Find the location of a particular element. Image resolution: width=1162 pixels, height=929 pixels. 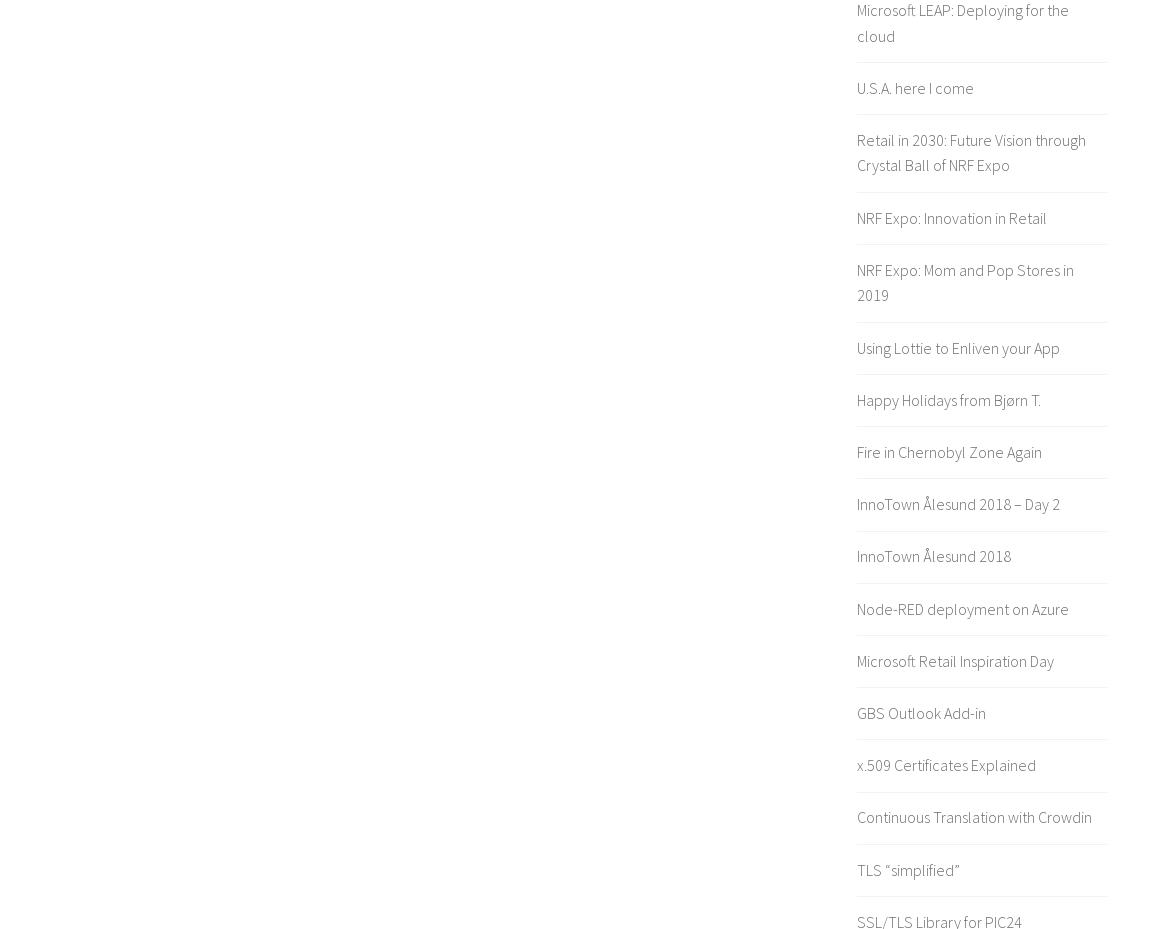

'InnoTown Ålesund 2018 – Day 2' is located at coordinates (856, 503).